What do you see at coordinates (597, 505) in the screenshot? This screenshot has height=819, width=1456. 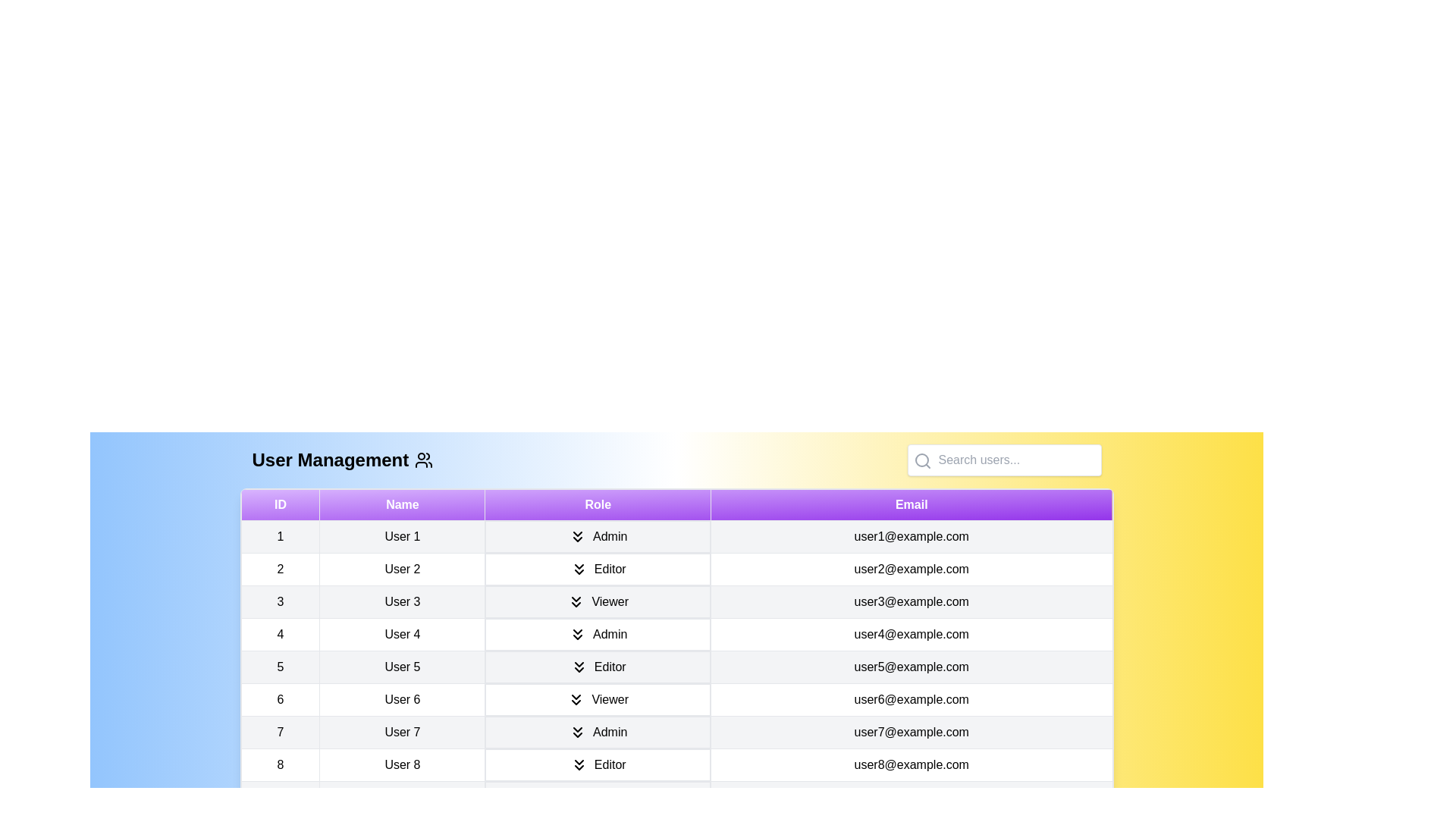 I see `the column header Role to interact with it` at bounding box center [597, 505].